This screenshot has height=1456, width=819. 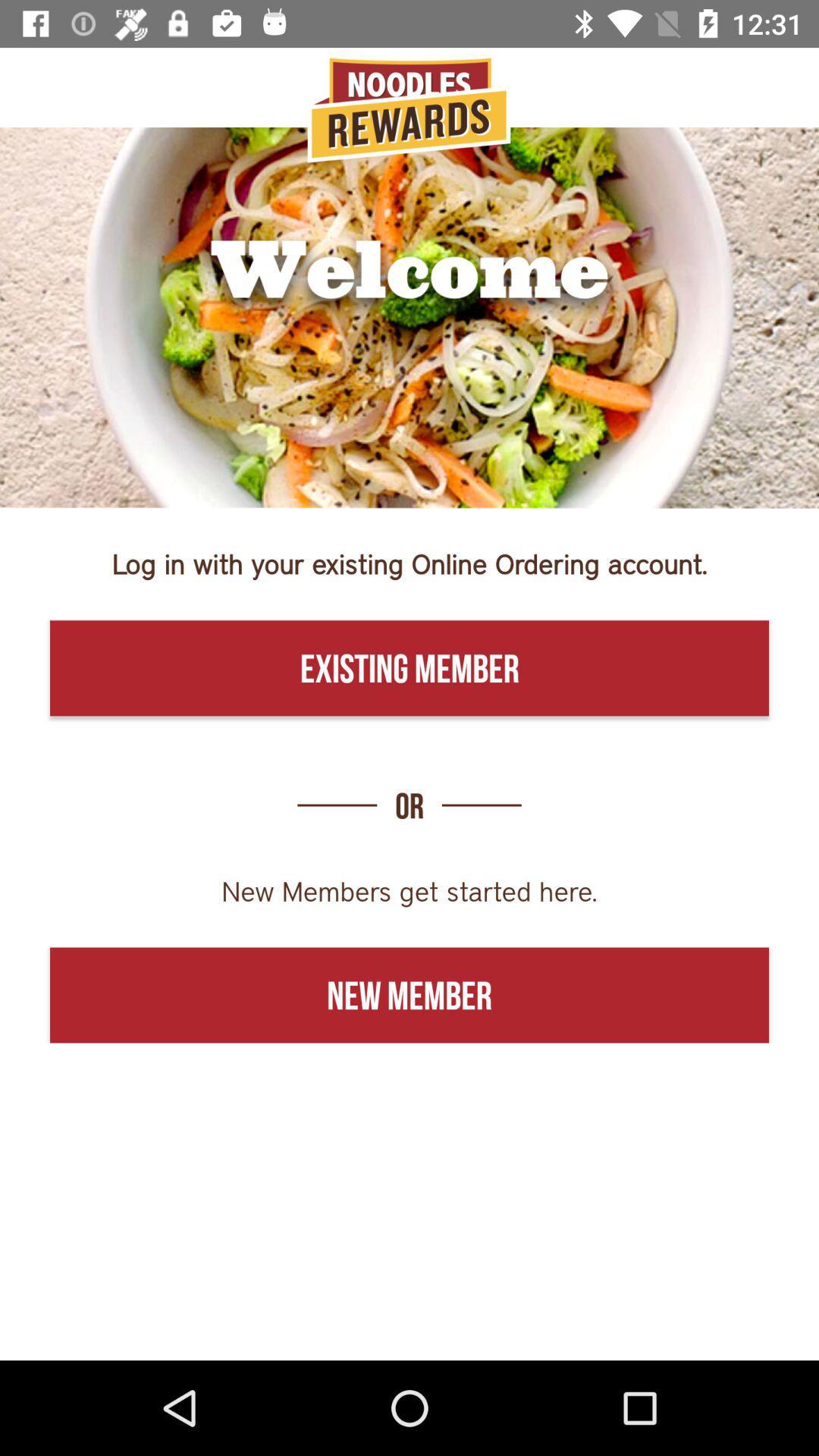 I want to click on the new member item, so click(x=409, y=995).